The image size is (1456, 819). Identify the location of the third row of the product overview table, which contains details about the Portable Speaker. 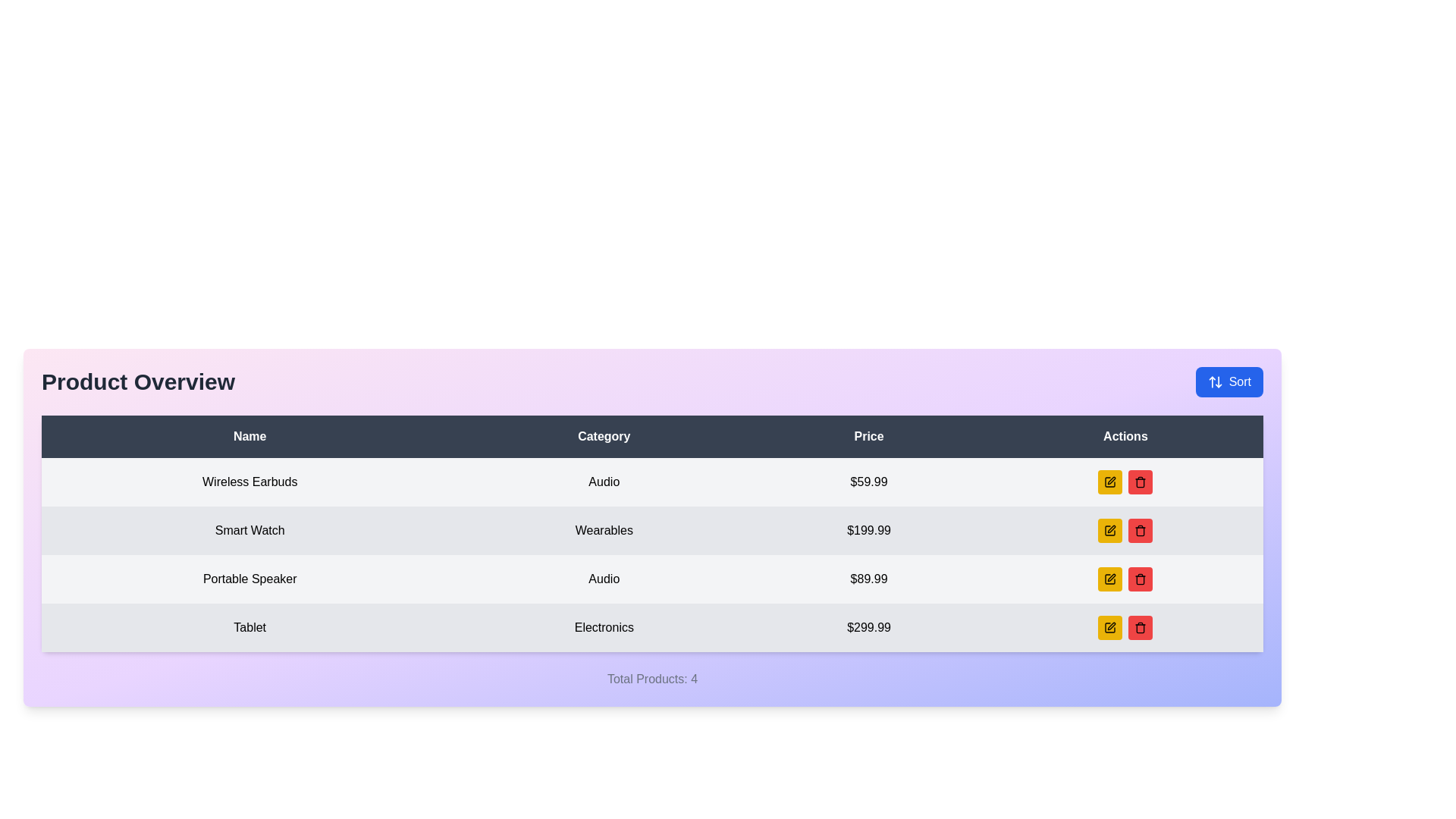
(652, 579).